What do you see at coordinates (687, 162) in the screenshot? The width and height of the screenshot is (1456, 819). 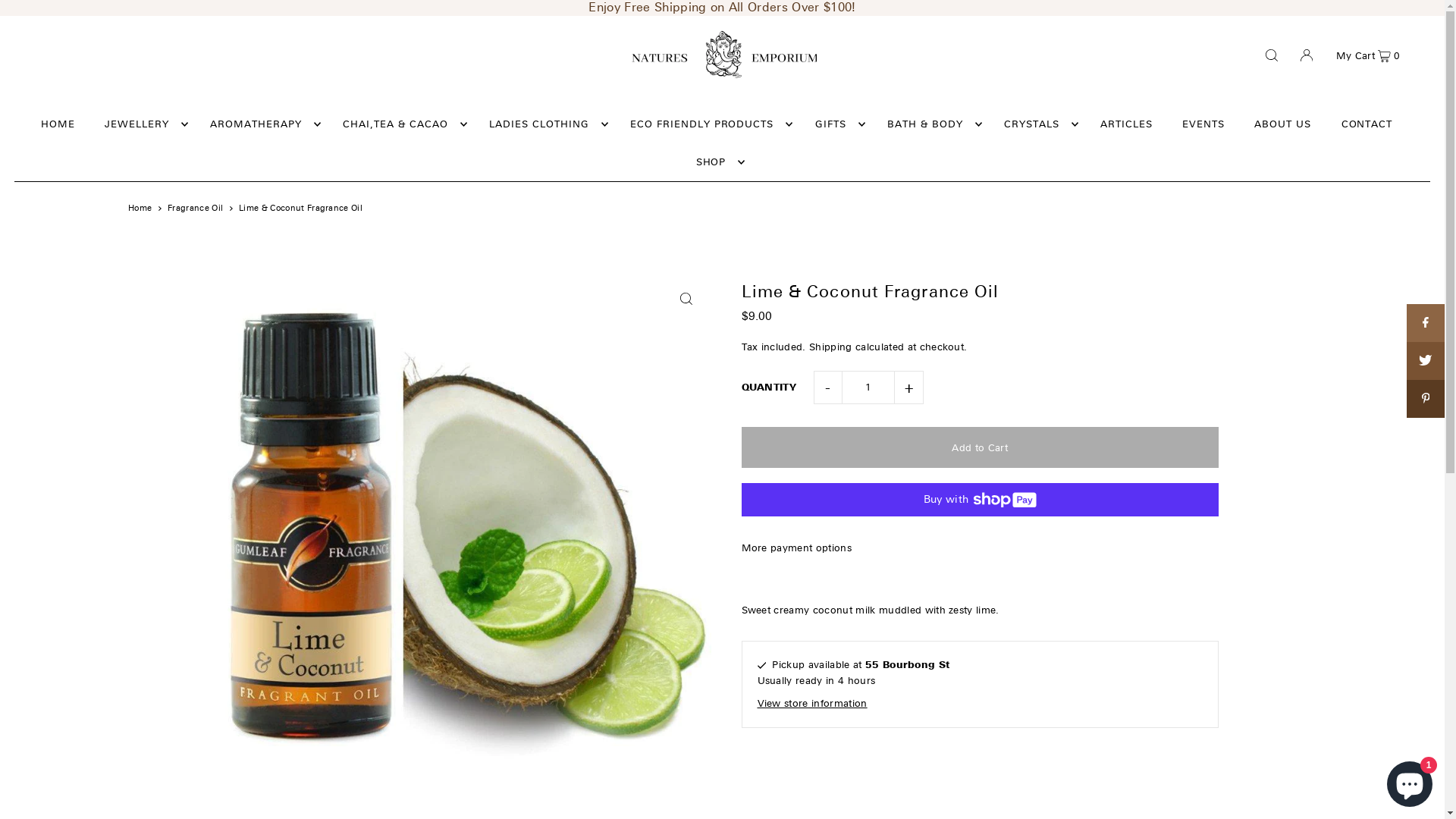 I see `'SHOP'` at bounding box center [687, 162].